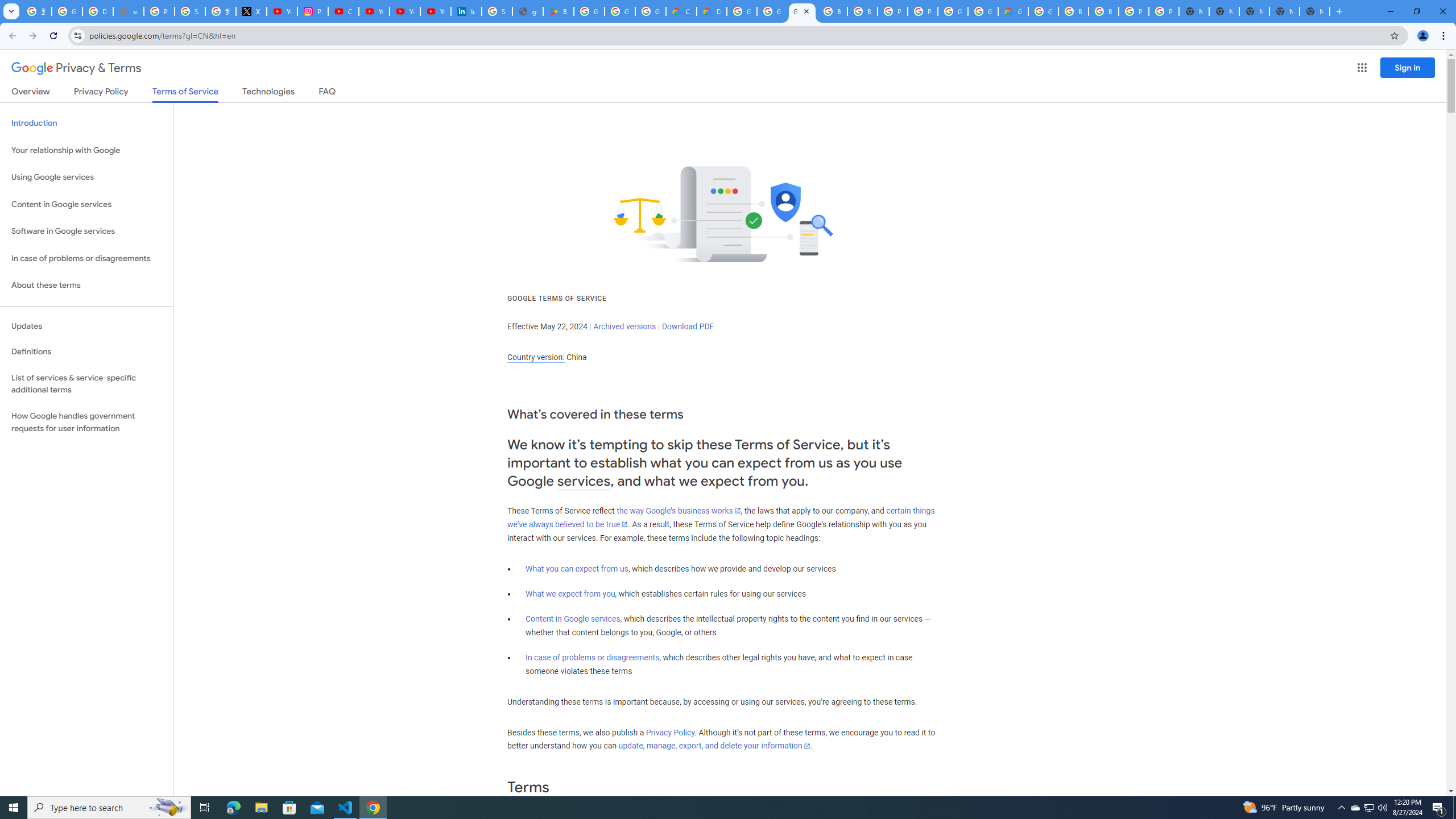  What do you see at coordinates (435, 11) in the screenshot?
I see `'YouTube Culture & Trends - YouTube Top 10, 2021'` at bounding box center [435, 11].